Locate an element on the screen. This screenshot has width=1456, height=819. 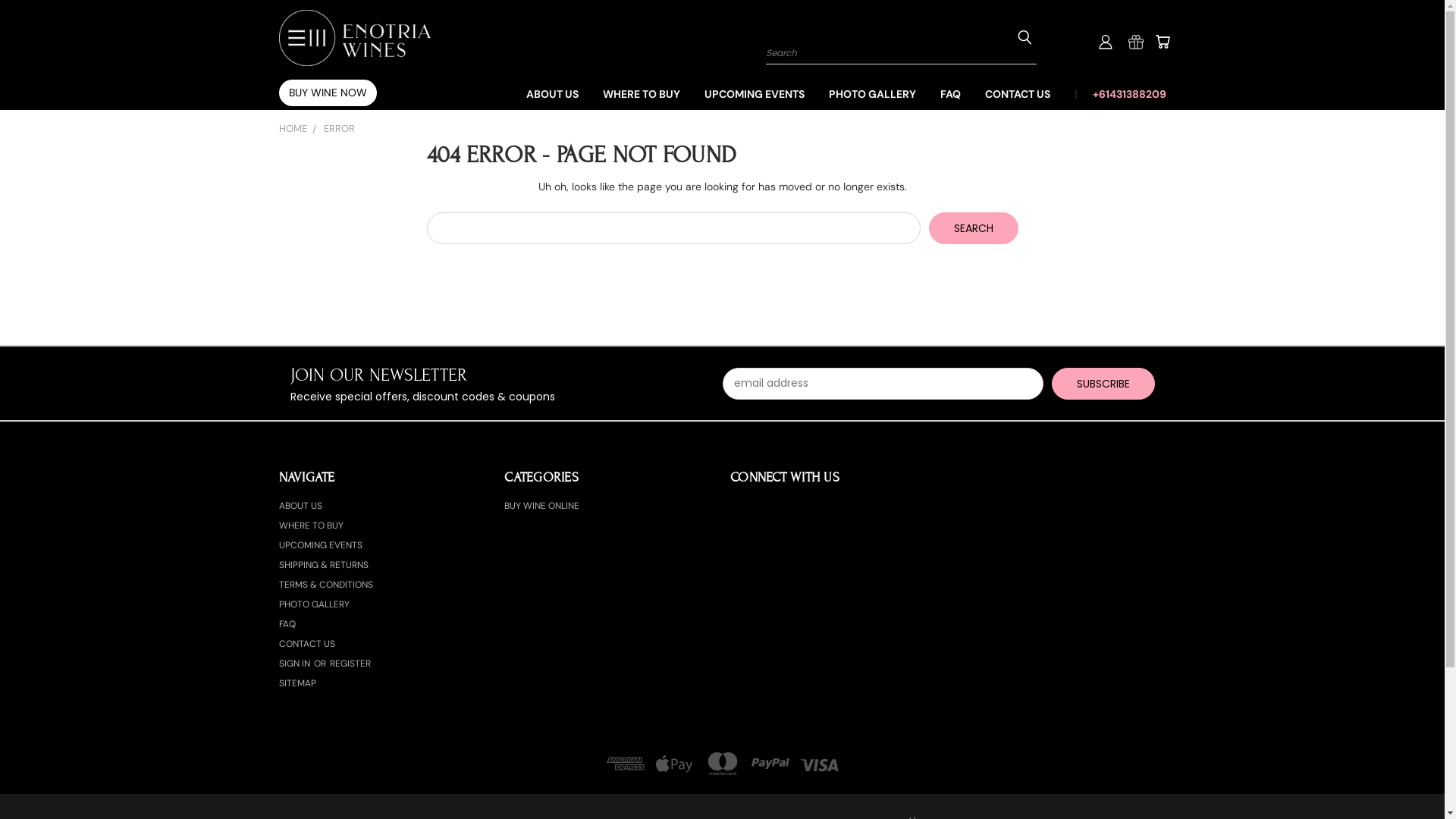
'Search' is located at coordinates (973, 227).